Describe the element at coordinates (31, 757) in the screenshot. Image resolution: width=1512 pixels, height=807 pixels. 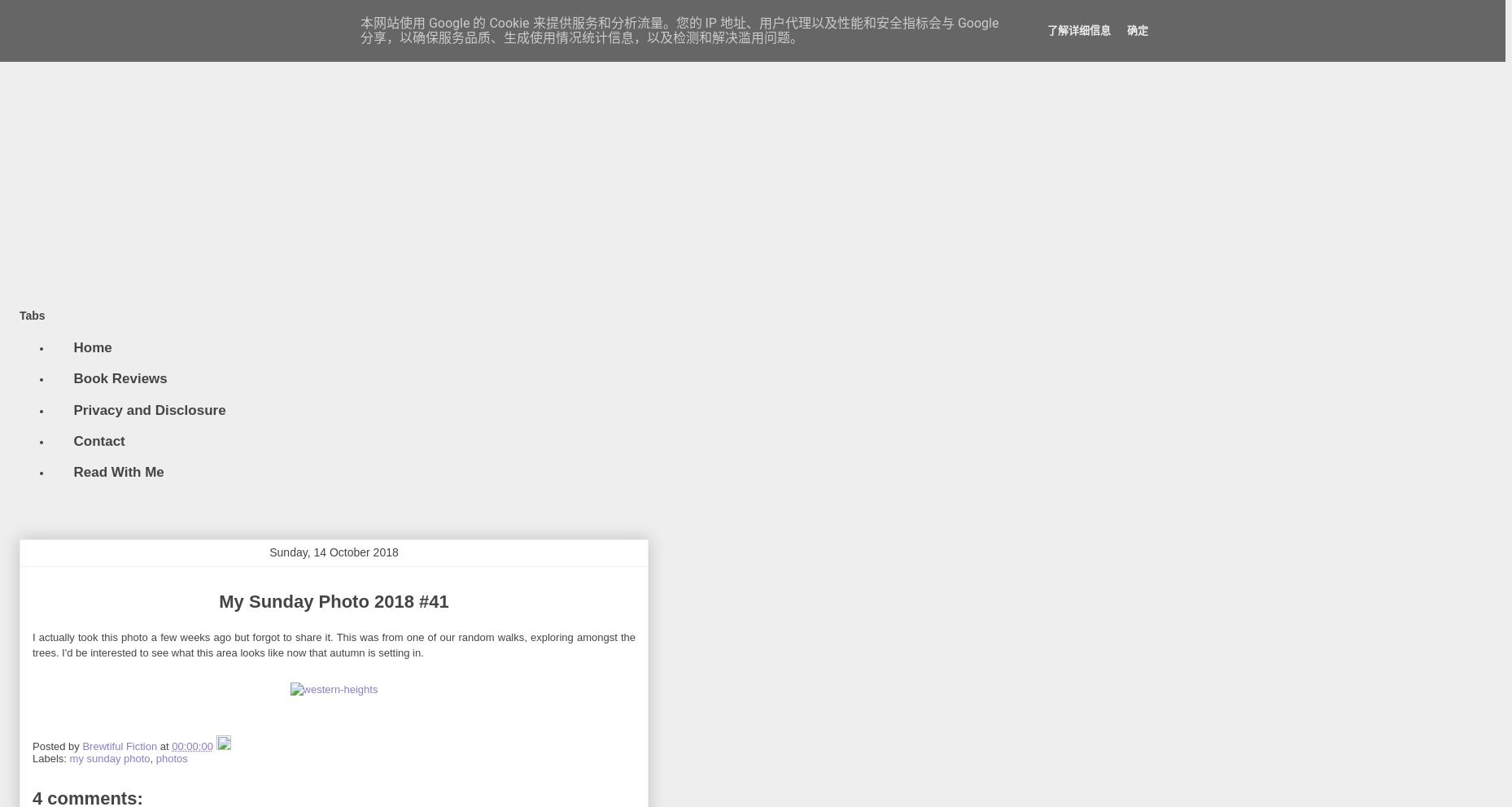
I see `'Labels:'` at that location.